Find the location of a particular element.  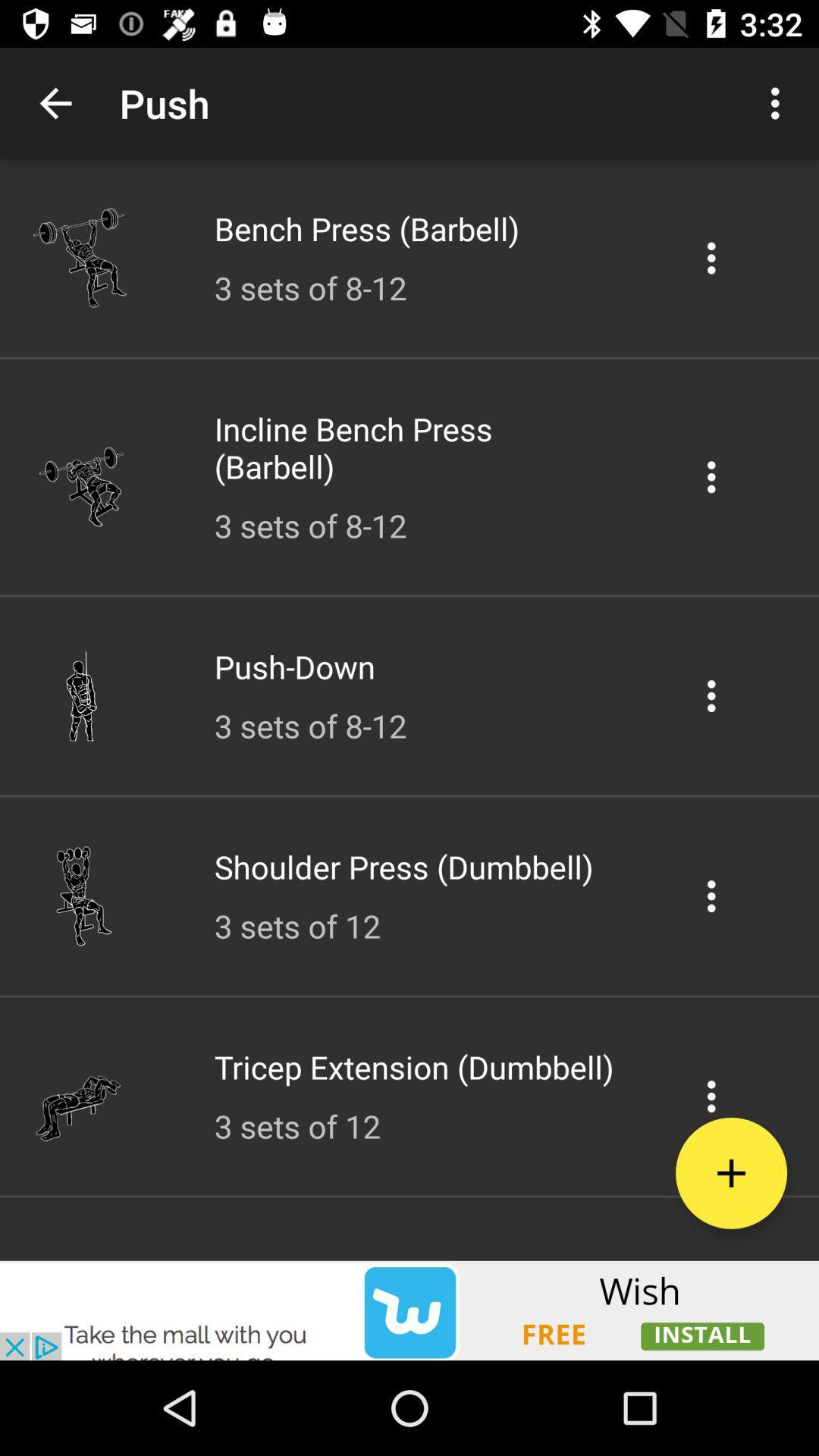

the add icon is located at coordinates (730, 1172).